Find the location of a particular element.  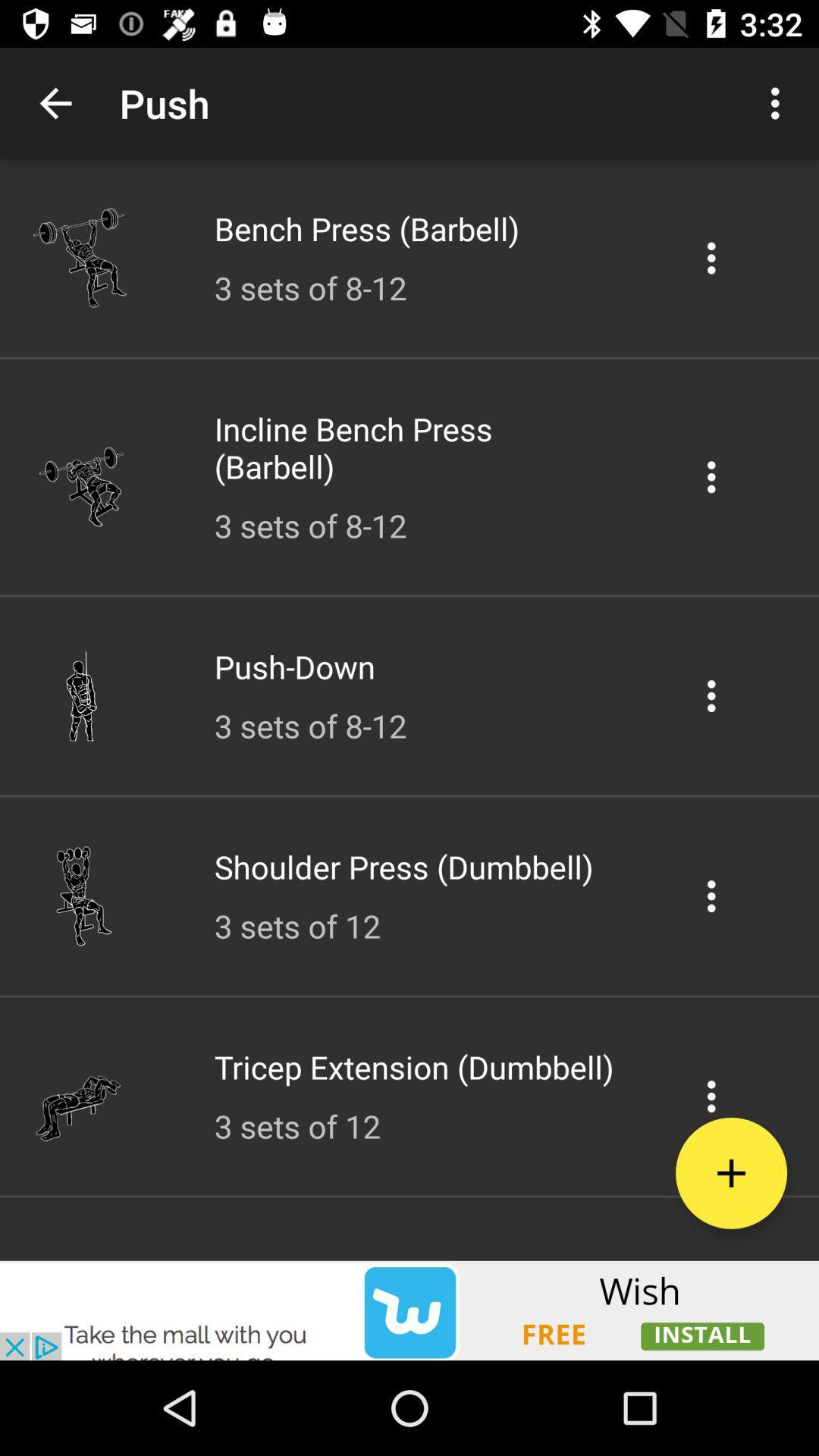

the add icon is located at coordinates (730, 1172).